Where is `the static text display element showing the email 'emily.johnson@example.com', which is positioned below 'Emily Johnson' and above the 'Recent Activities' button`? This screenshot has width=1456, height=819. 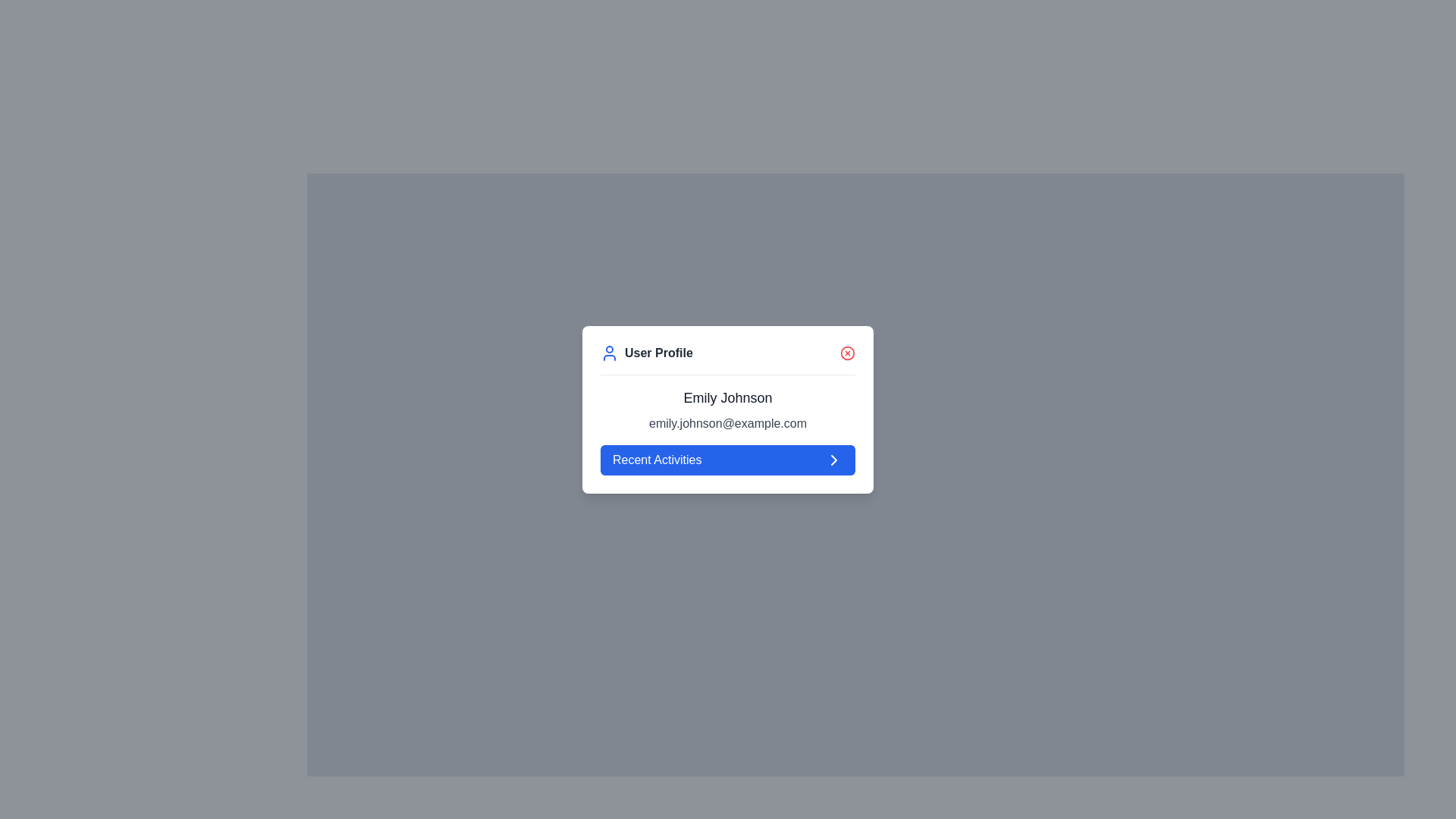
the static text display element showing the email 'emily.johnson@example.com', which is positioned below 'Emily Johnson' and above the 'Recent Activities' button is located at coordinates (728, 423).